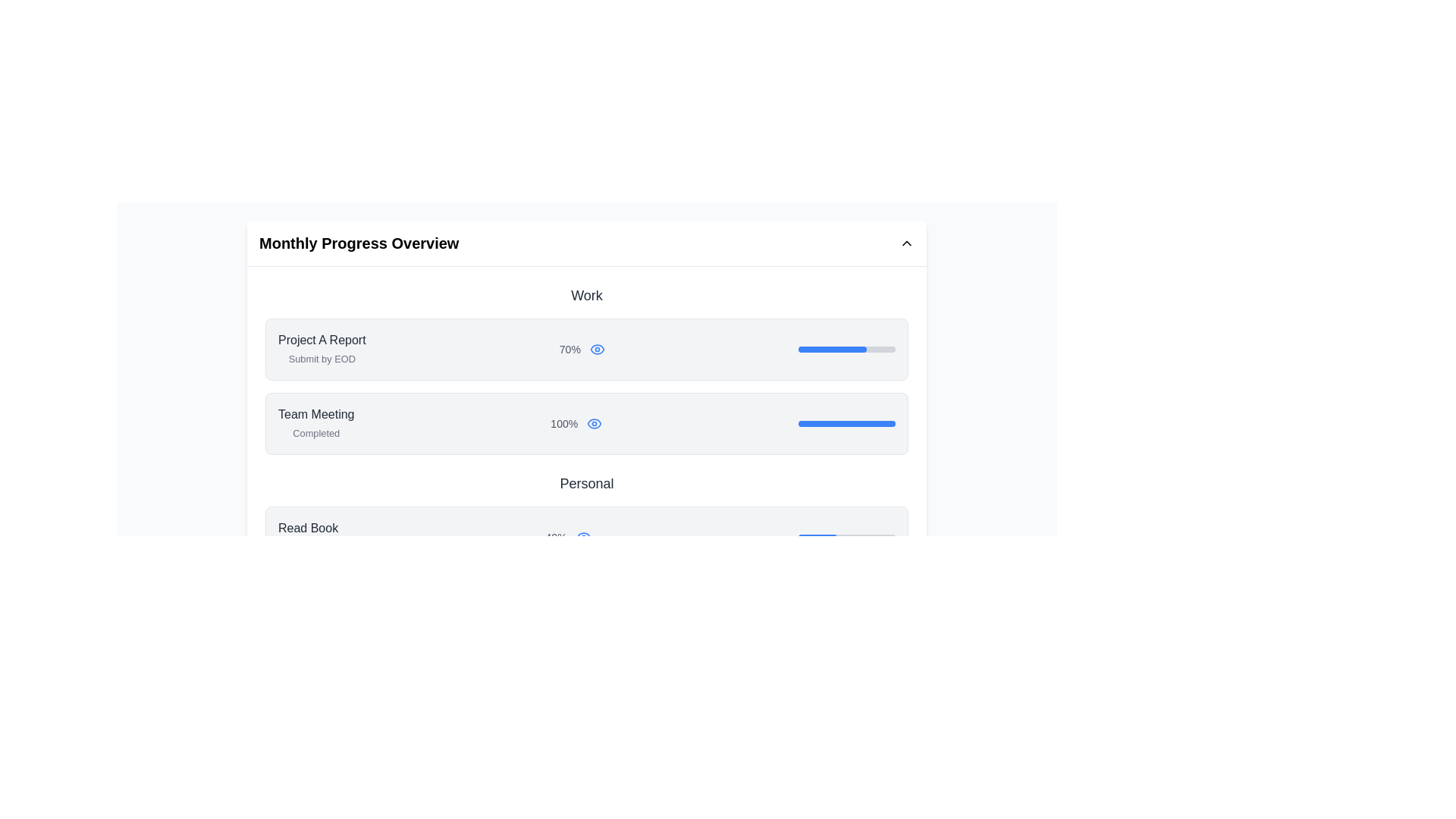 Image resolution: width=1456 pixels, height=819 pixels. I want to click on the text label 'Project A Report' located in the 'Work' section of the task management interface, so click(321, 339).